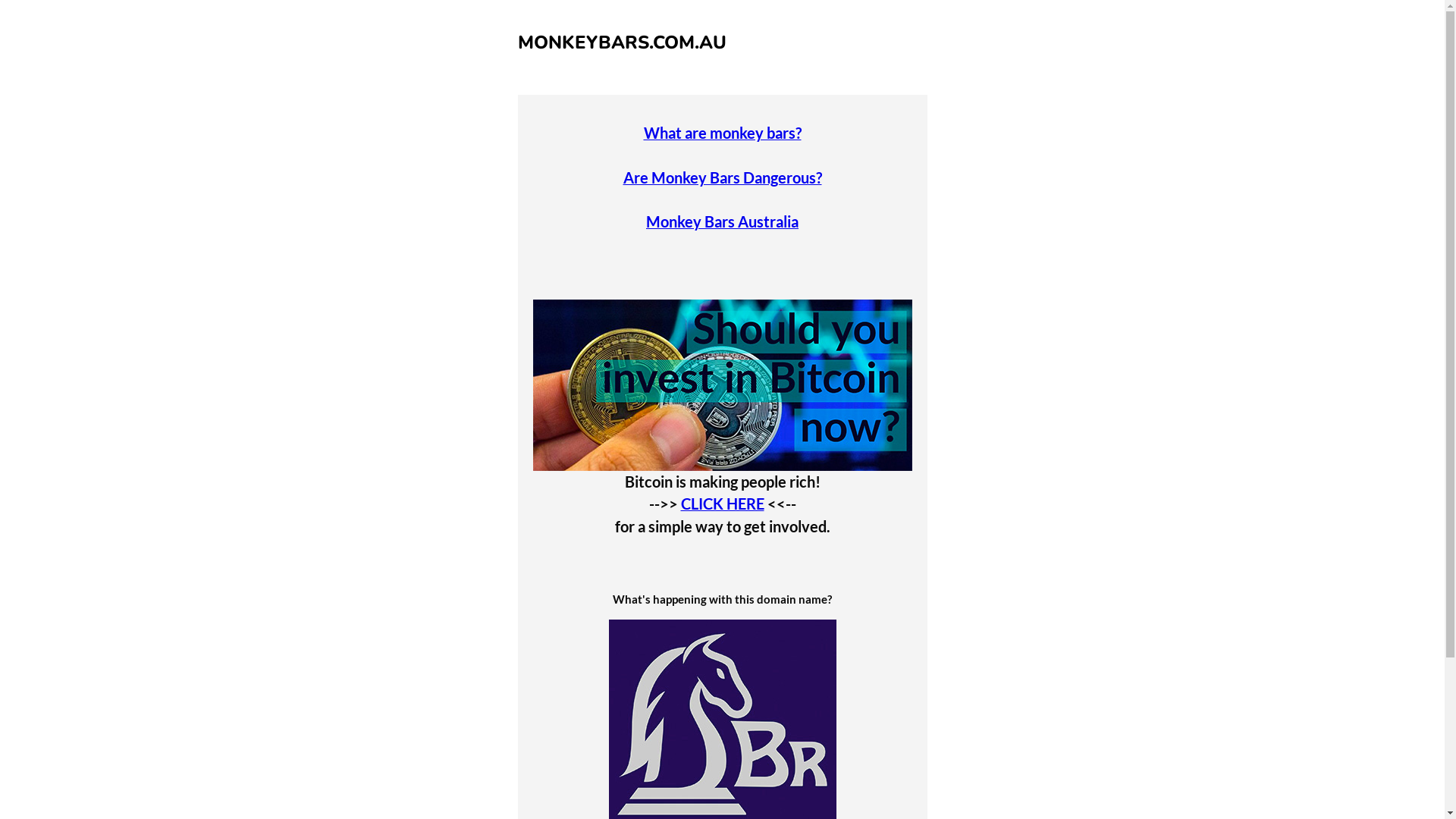 The height and width of the screenshot is (819, 1456). Describe the element at coordinates (721, 221) in the screenshot. I see `'Monkey Bars Australia'` at that location.